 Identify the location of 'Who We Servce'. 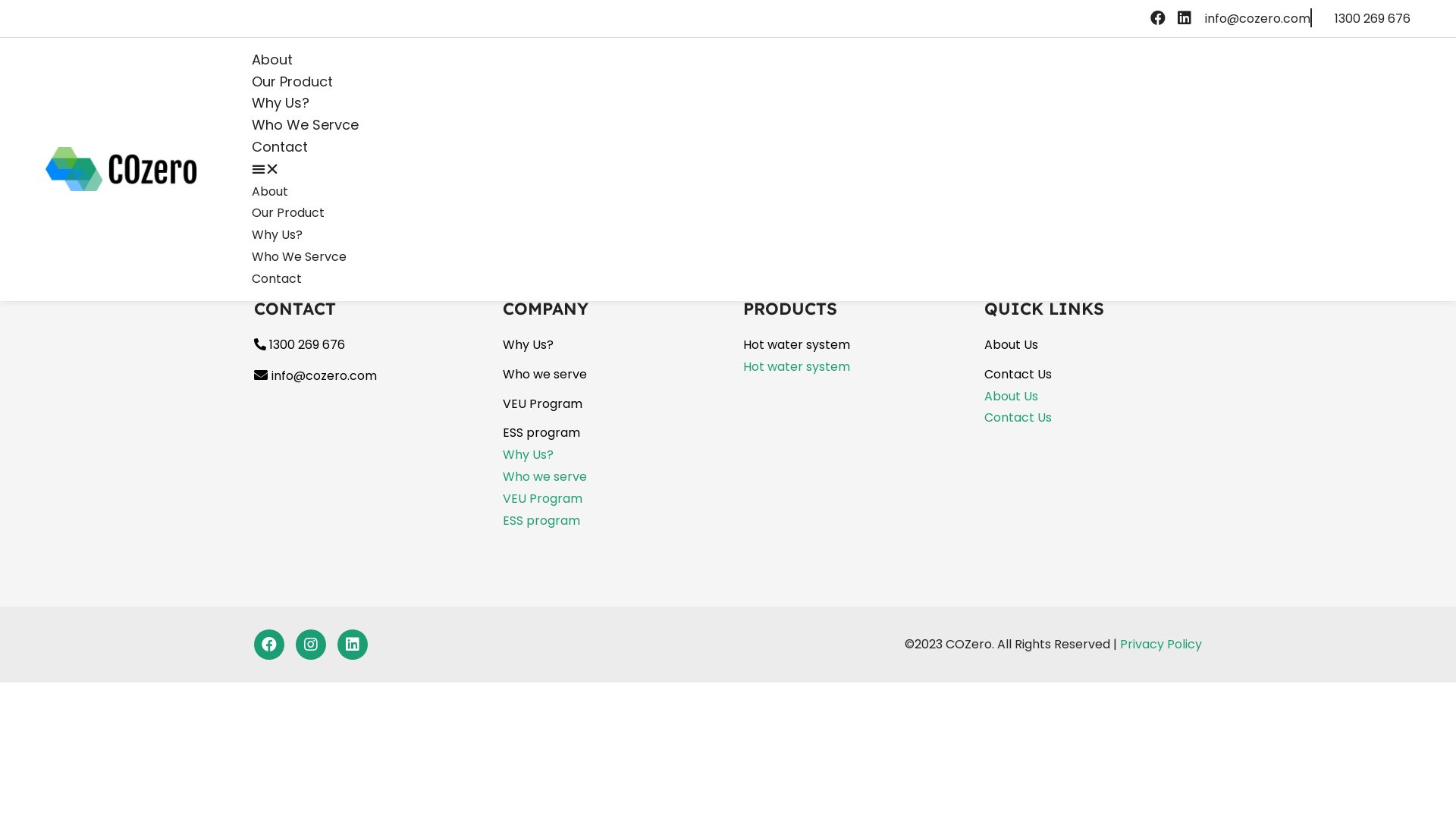
(299, 256).